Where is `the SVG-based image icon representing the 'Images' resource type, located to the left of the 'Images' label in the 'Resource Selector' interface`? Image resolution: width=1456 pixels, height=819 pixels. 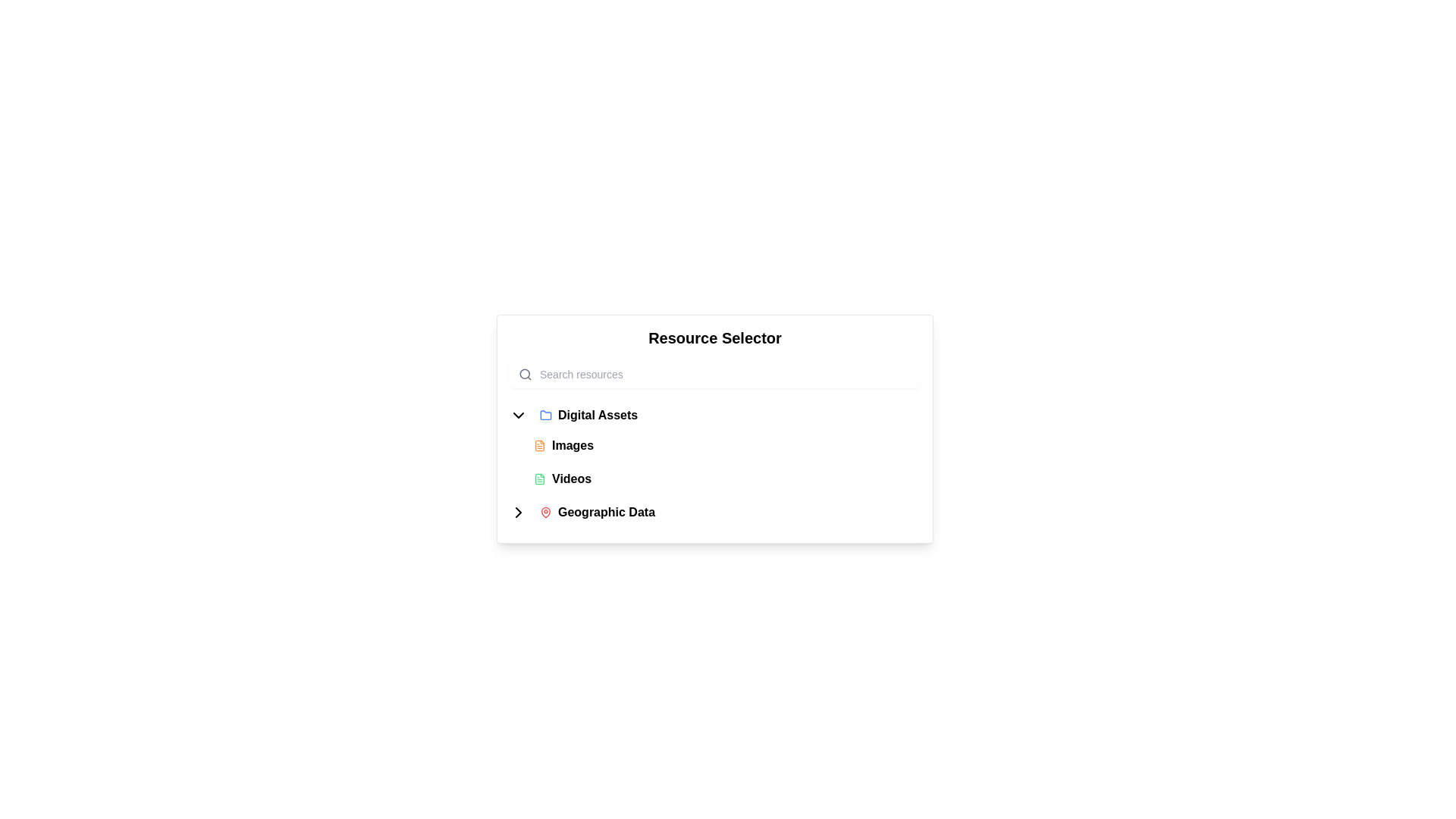
the SVG-based image icon representing the 'Images' resource type, located to the left of the 'Images' label in the 'Resource Selector' interface is located at coordinates (539, 479).